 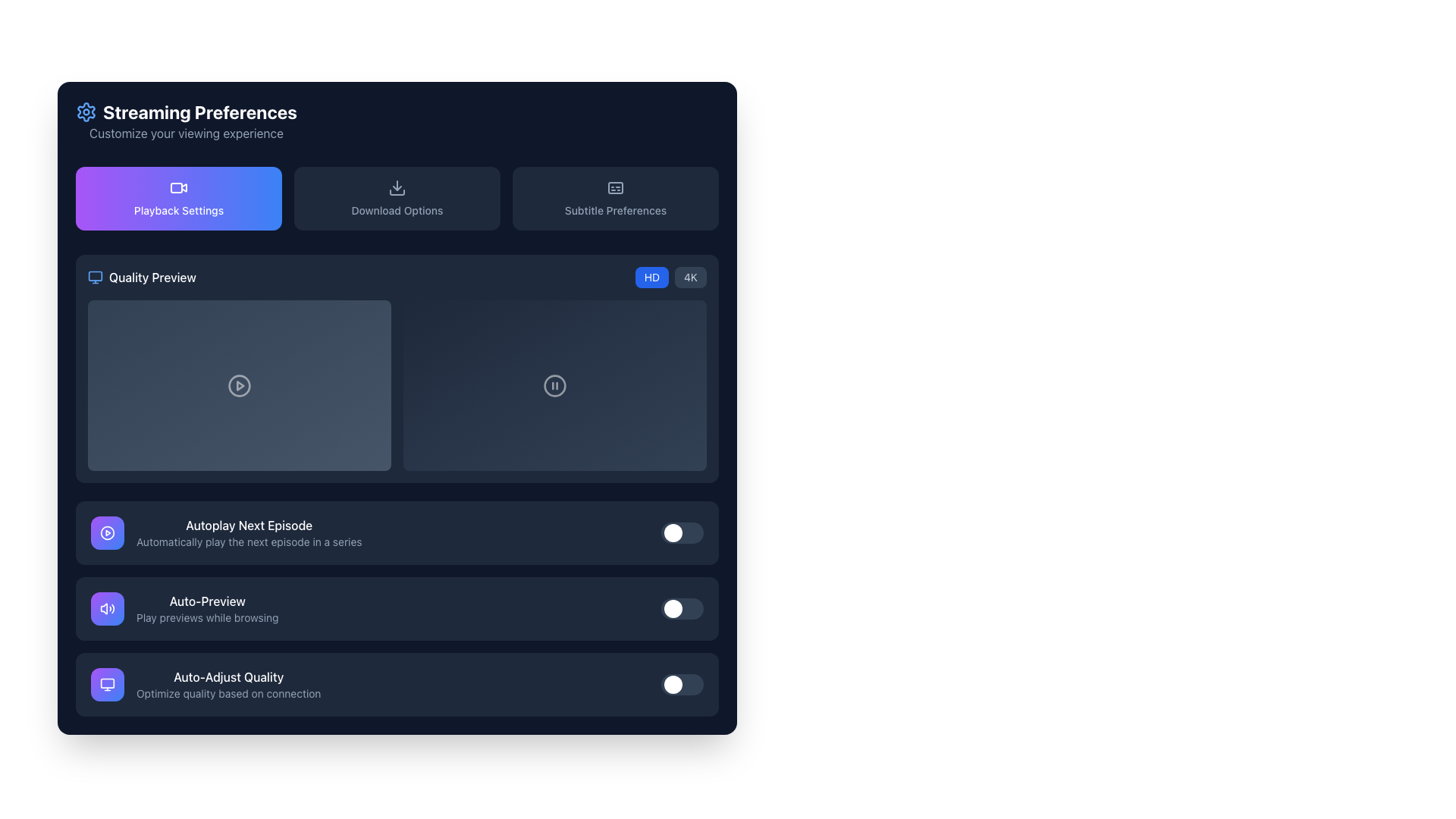 I want to click on information from the Text component displaying 'Autoplay Next Episode' and its description in the settings under 'Playback Settings', so click(x=249, y=532).